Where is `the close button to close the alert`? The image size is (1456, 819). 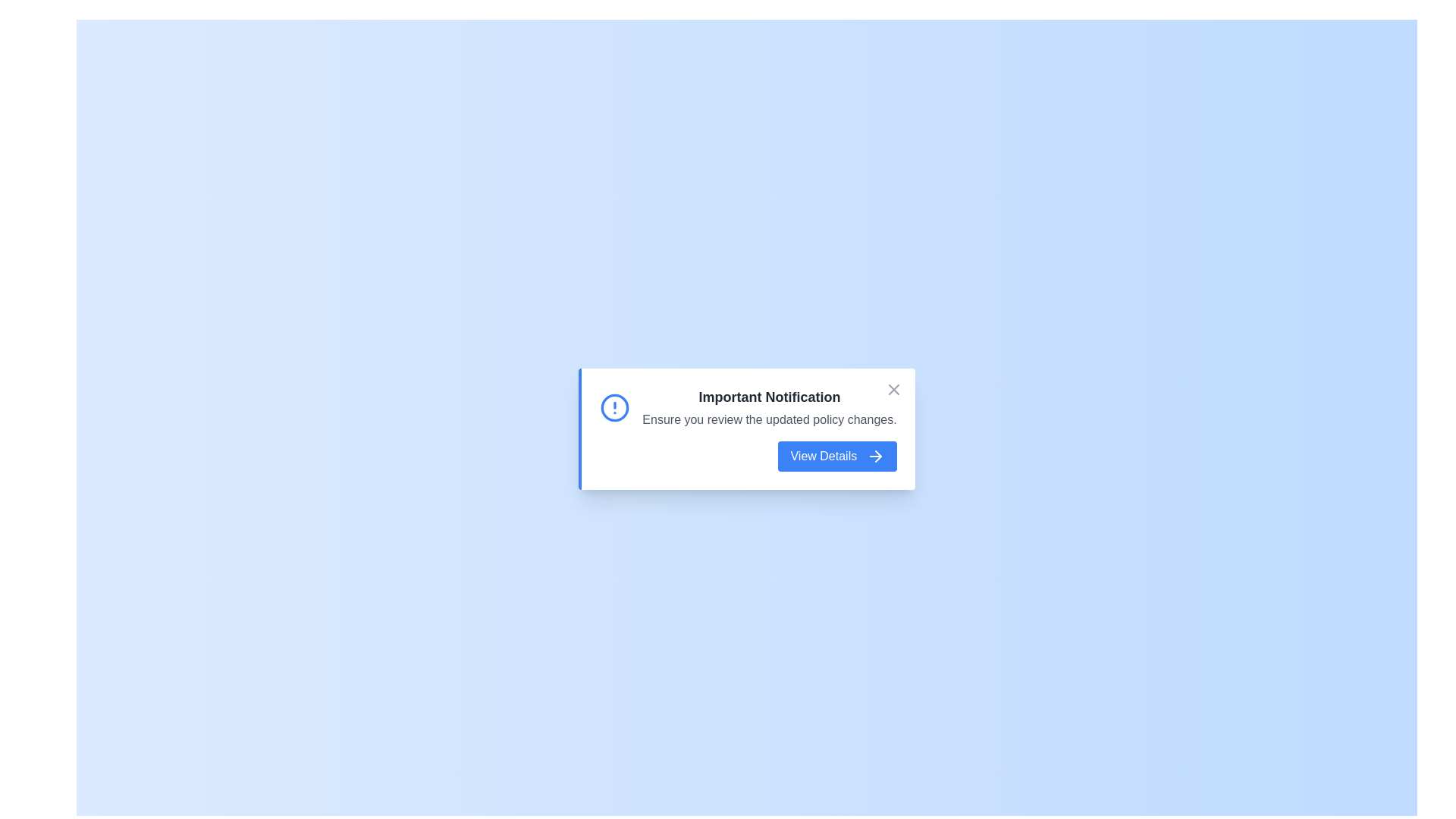 the close button to close the alert is located at coordinates (893, 388).